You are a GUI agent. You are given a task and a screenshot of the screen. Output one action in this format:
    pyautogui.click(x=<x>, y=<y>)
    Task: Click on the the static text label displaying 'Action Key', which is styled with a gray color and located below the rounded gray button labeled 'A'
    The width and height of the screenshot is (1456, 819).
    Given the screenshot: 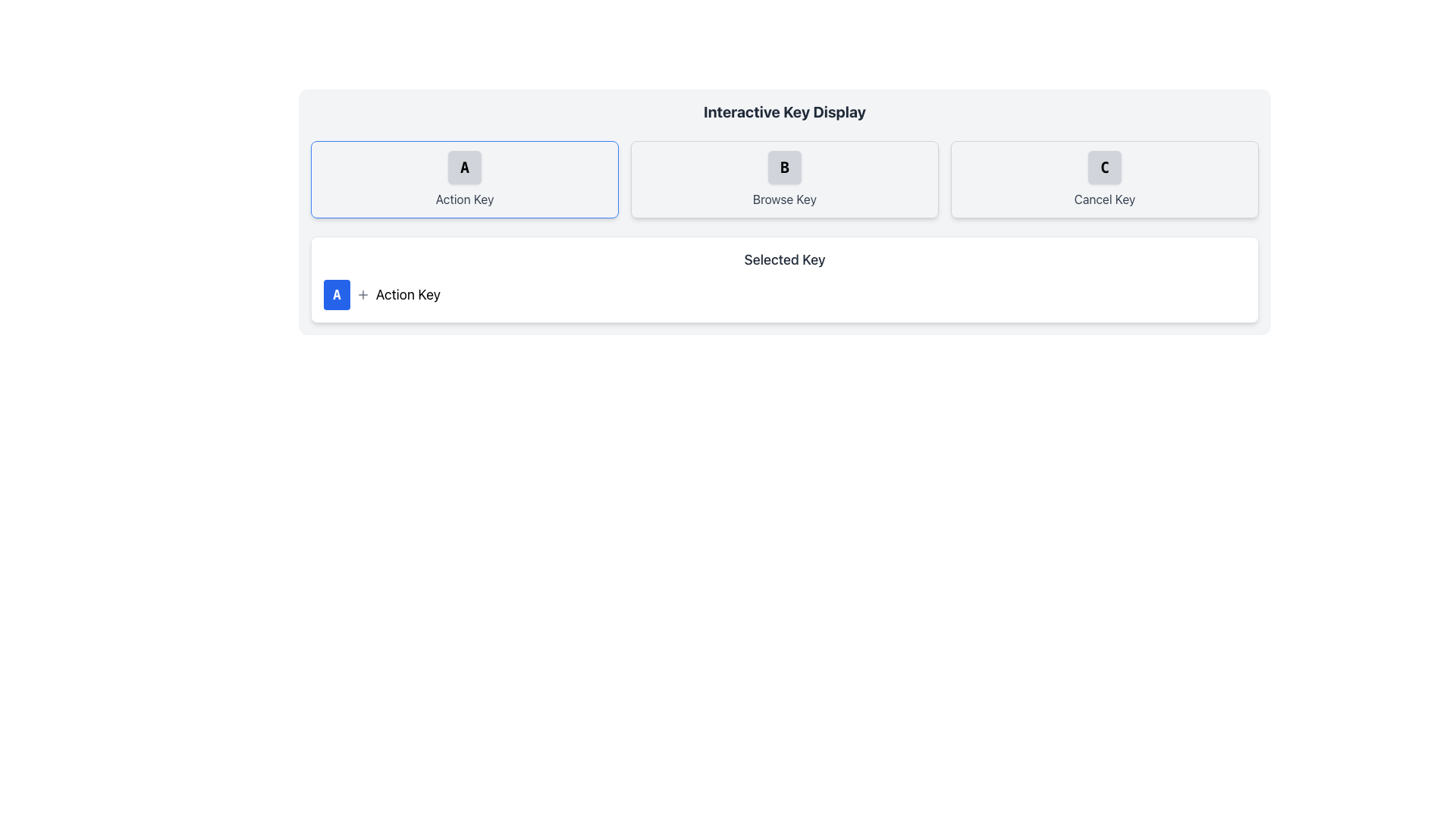 What is the action you would take?
    pyautogui.click(x=464, y=198)
    